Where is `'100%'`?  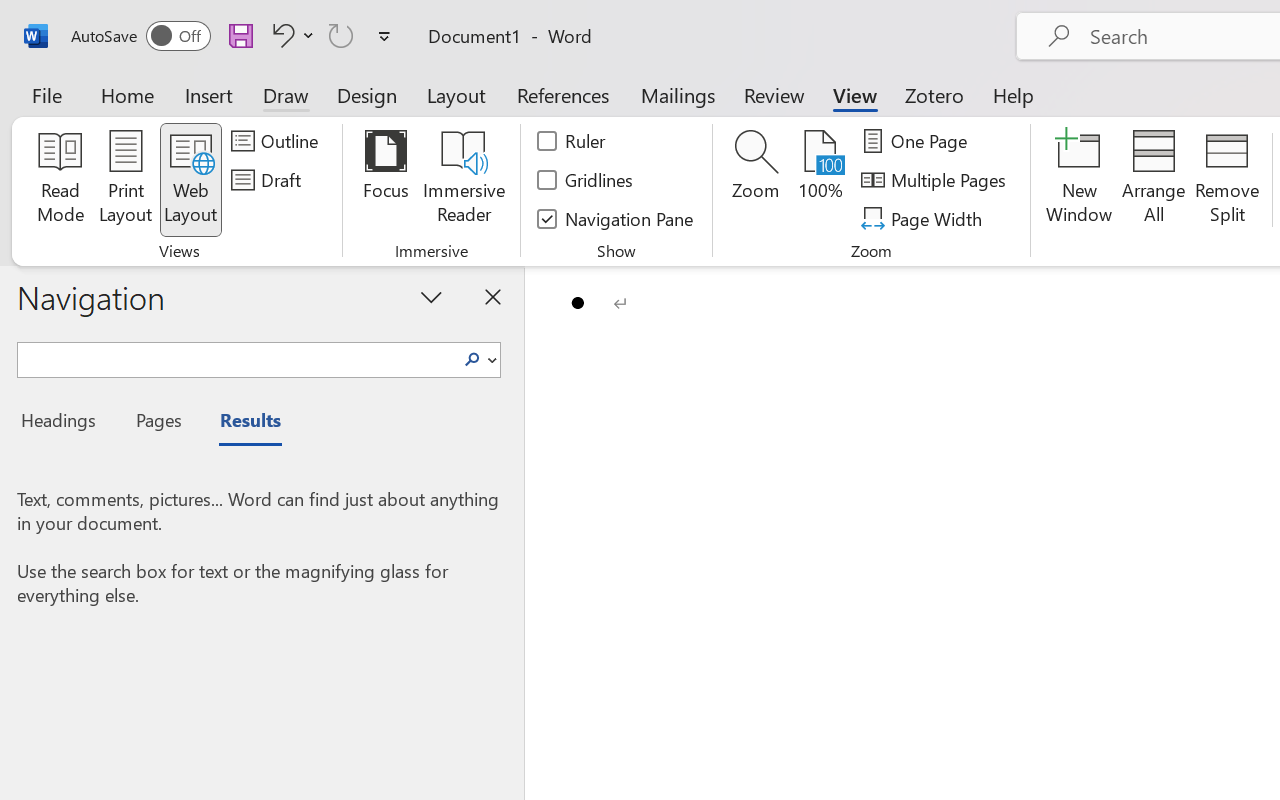 '100%' is located at coordinates (821, 179).